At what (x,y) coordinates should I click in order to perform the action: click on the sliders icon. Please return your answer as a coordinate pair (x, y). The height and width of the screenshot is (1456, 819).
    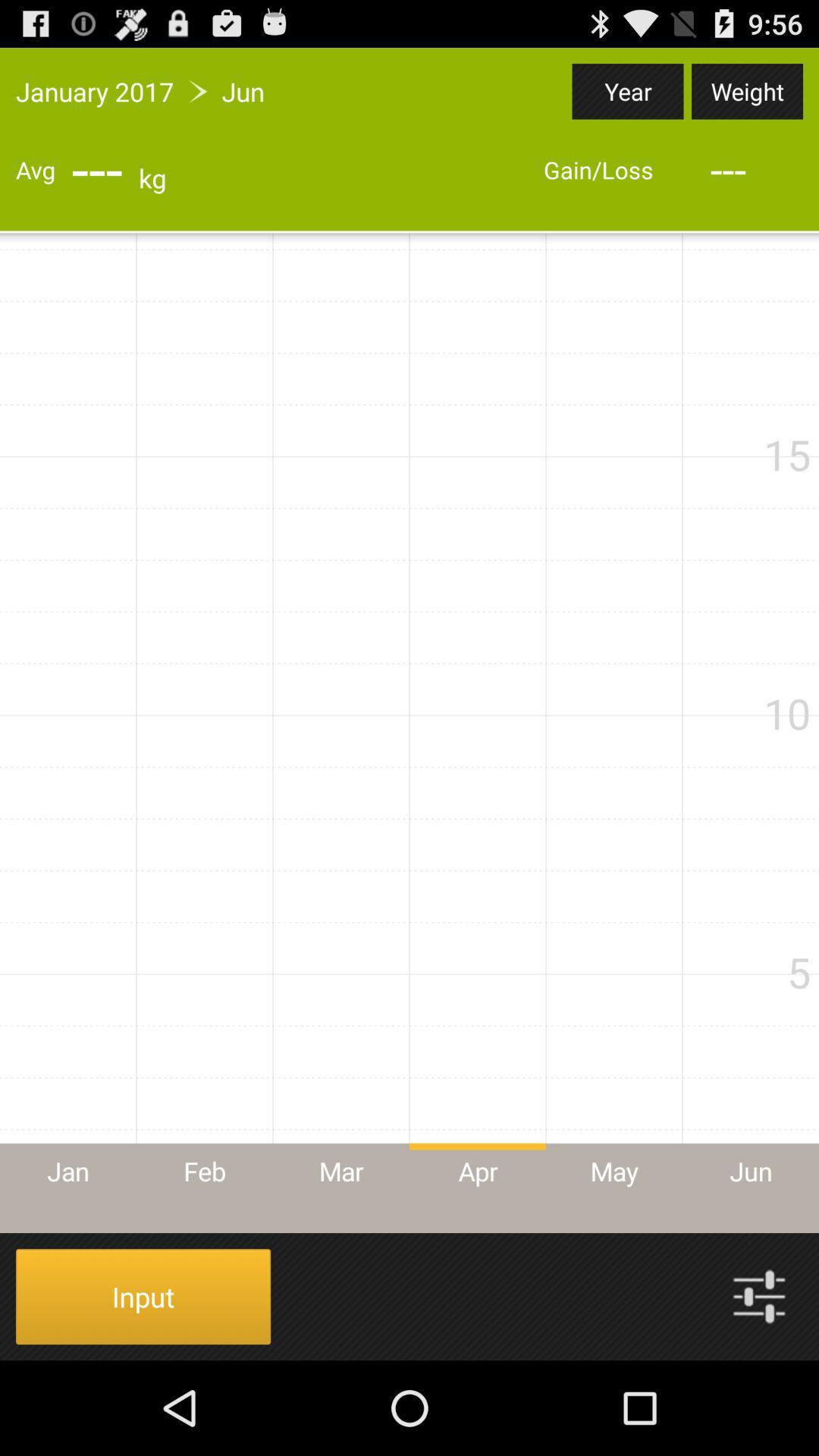
    Looking at the image, I should click on (759, 1388).